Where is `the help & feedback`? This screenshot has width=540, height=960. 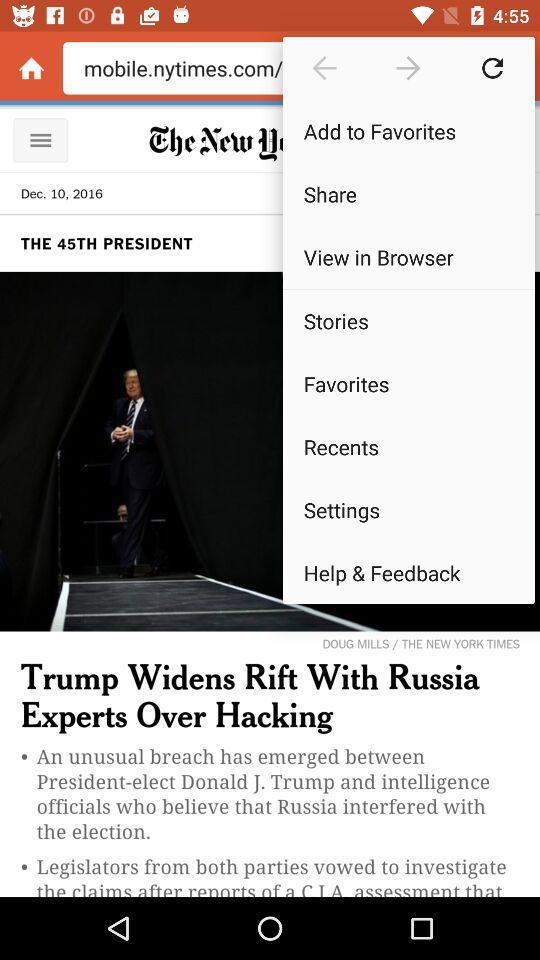 the help & feedback is located at coordinates (407, 572).